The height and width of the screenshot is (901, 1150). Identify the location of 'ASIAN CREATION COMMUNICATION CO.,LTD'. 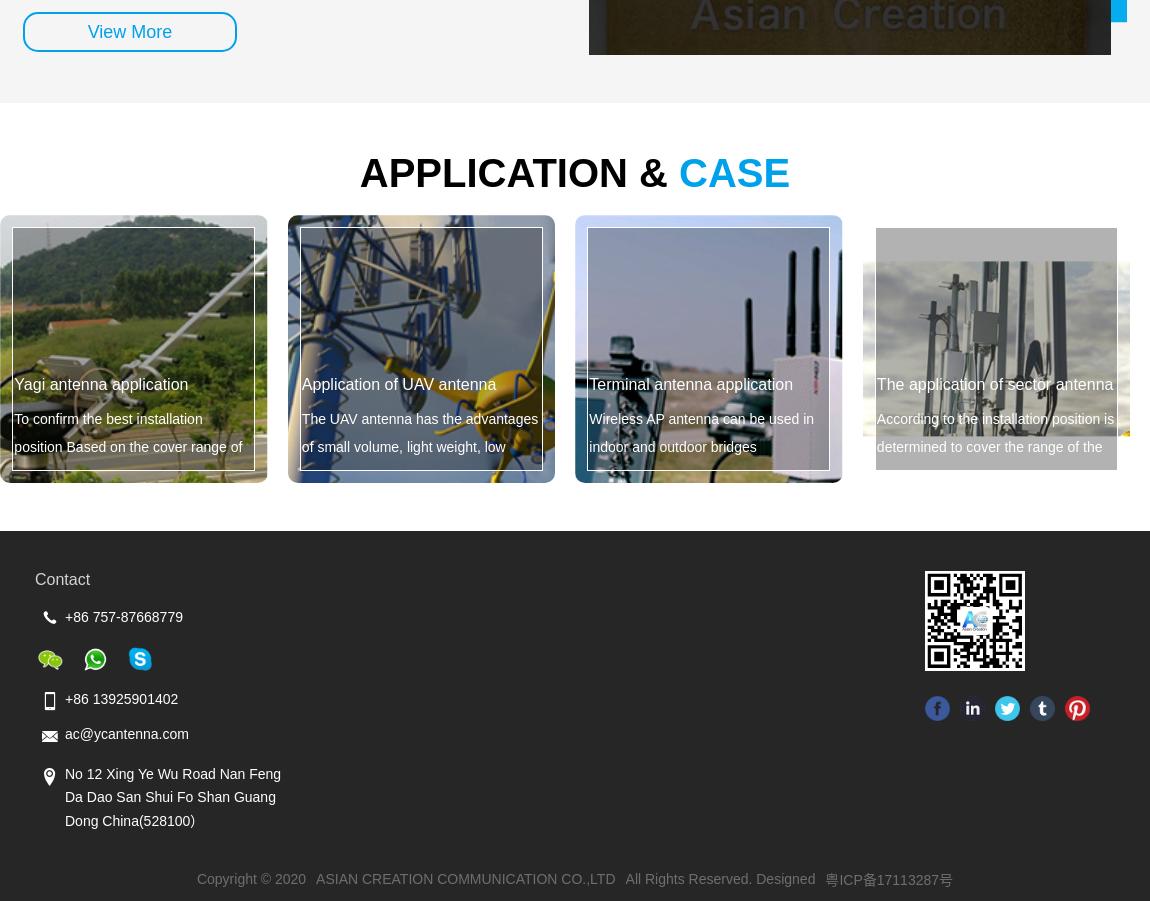
(465, 878).